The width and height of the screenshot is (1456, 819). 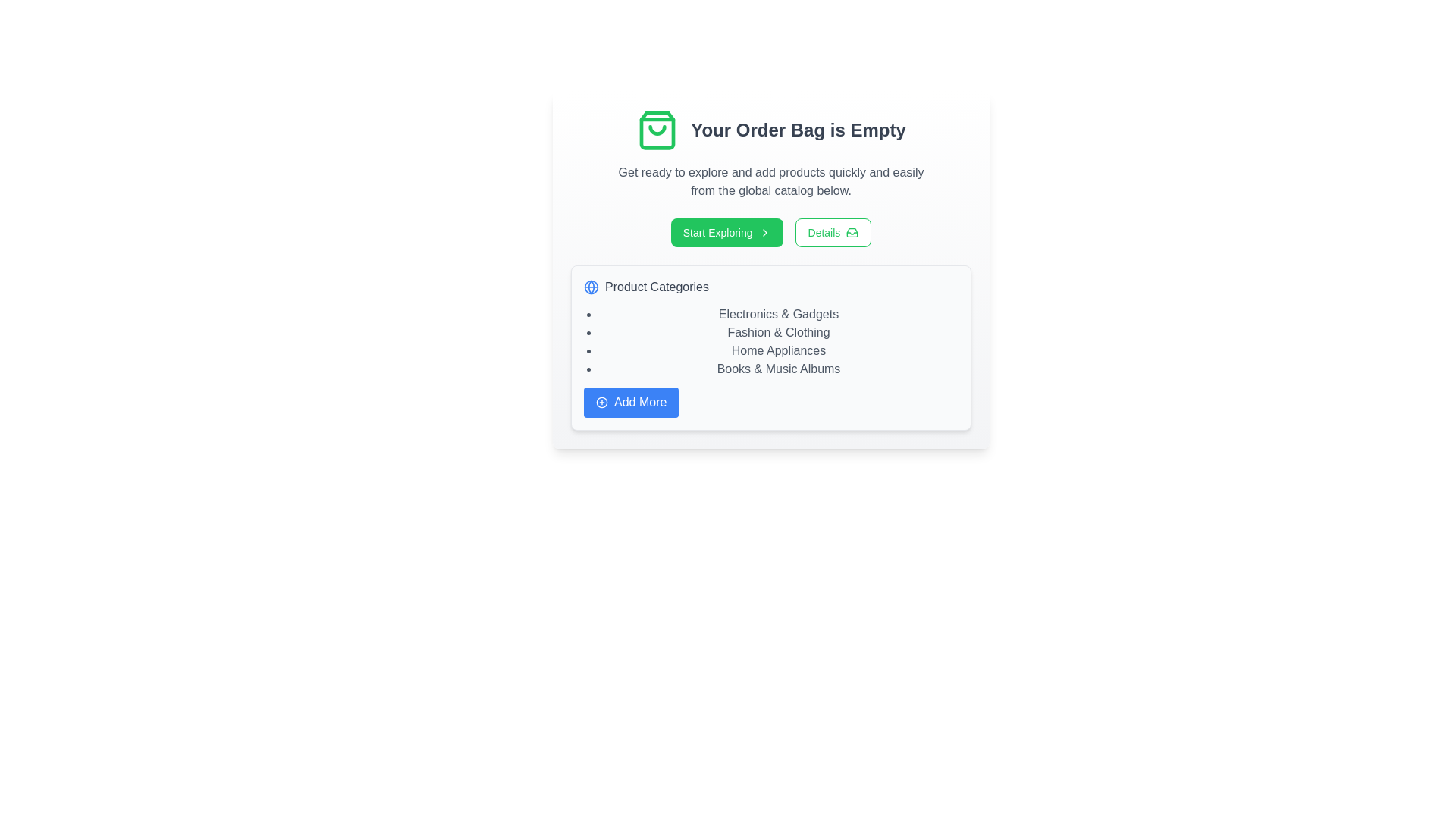 What do you see at coordinates (852, 233) in the screenshot?
I see `the inbox icon, which is a hollow stroke design resembling an envelope located to the right of the 'Start Exploring' button` at bounding box center [852, 233].